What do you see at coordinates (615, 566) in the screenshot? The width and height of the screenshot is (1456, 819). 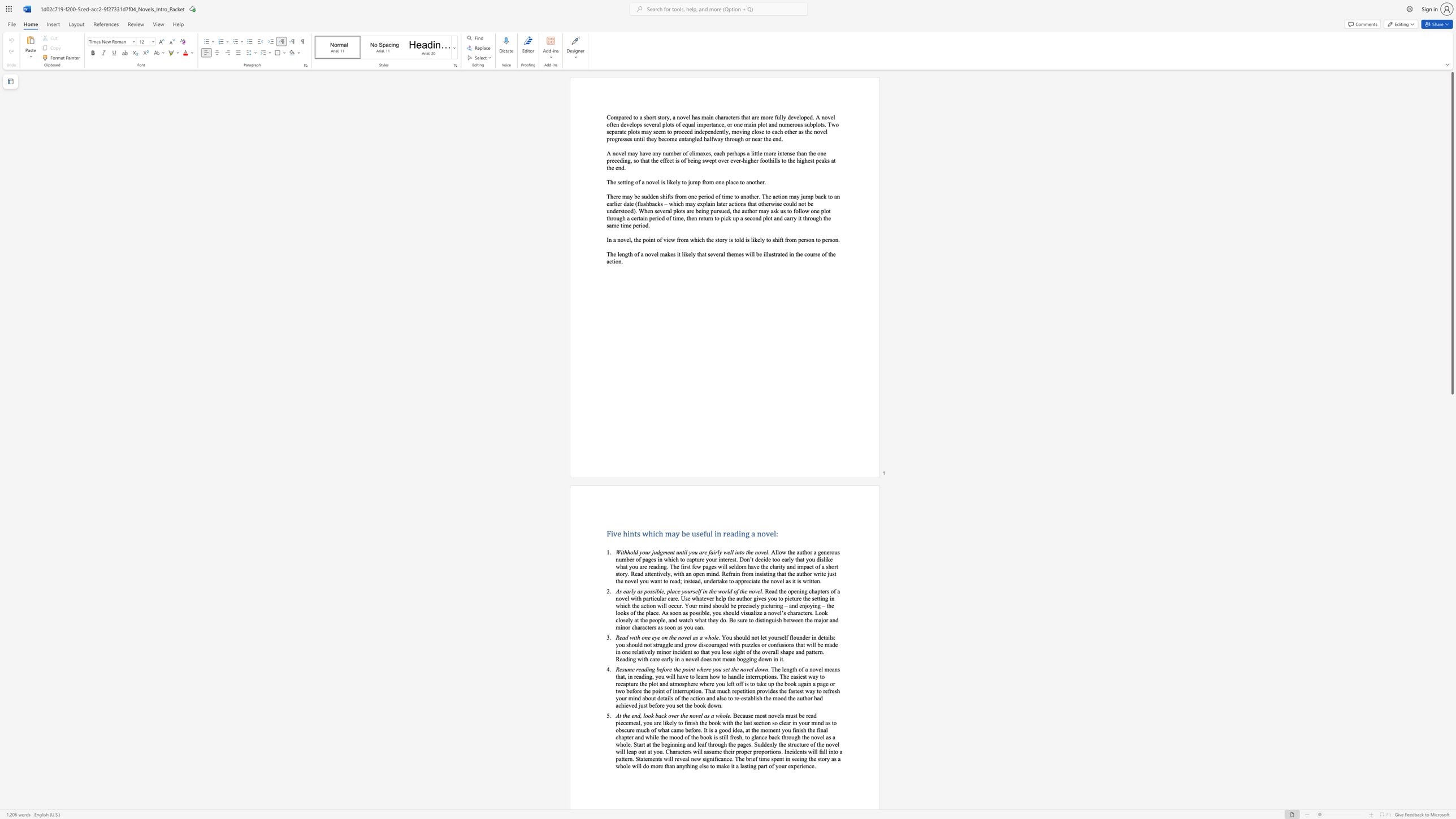 I see `the subset text "what you are reading. The first few pages will seldom have the clarity and impact of a short story. Read attentively, with an open mind. Refrain from insisting that the author write just the novel you want to read; instead, undertake to appreciate the no" within the text ". Allow the author a generous number of pages in which to capture your interest. Don’t decide too early that you dislike what you are reading. The first few pages will seldom have the clarity and impact of a short story. Read attentively, with an open mind. Refrain from insisting that the author write just the novel you want to read; instead, undertake to appreciate the novel as it is written."` at bounding box center [615, 566].